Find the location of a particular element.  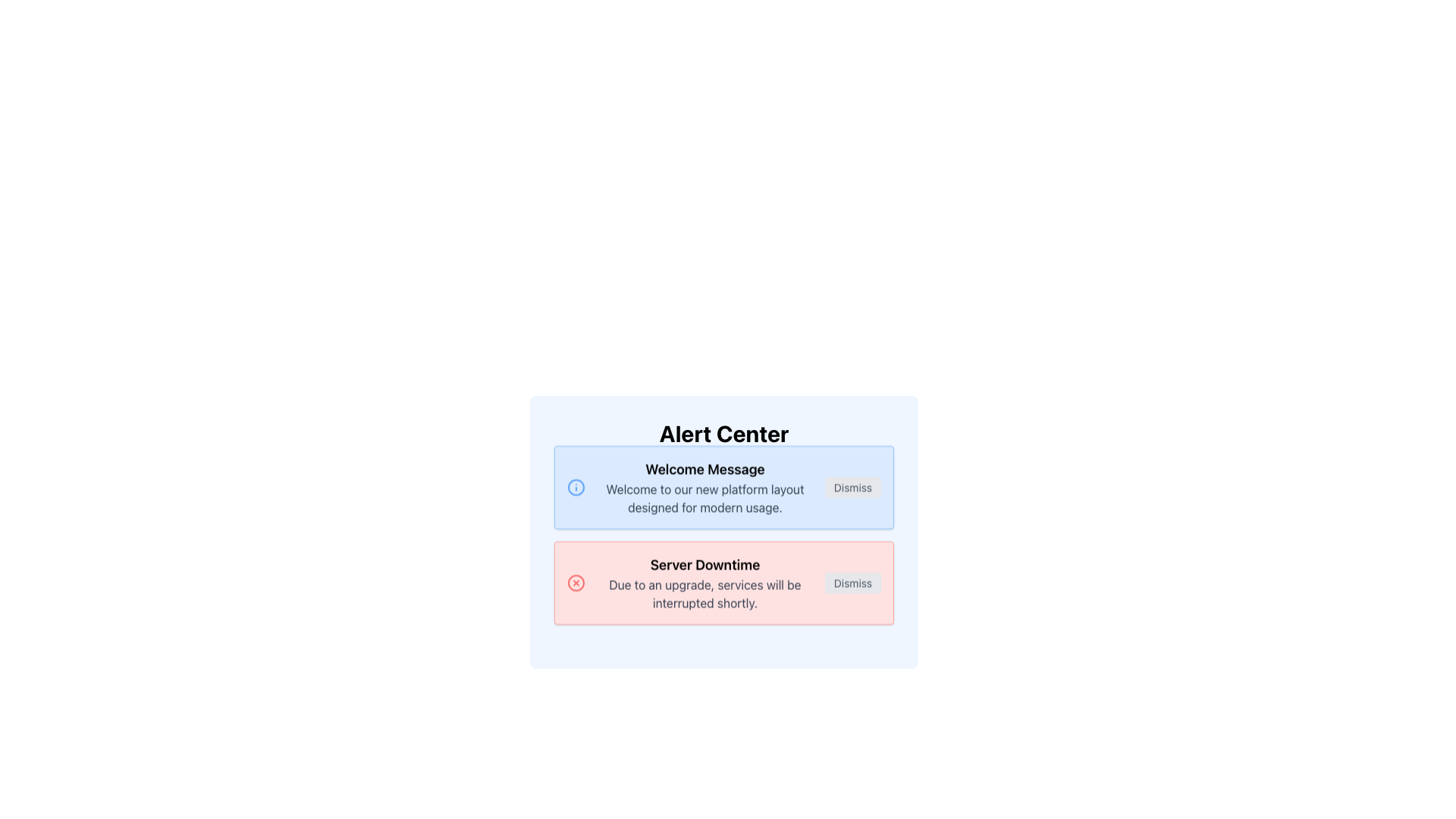

the dismiss button located in the bottom notification bar with a red background, positioned on the right-hand side of the 'Server Downtime' message is located at coordinates (852, 595).